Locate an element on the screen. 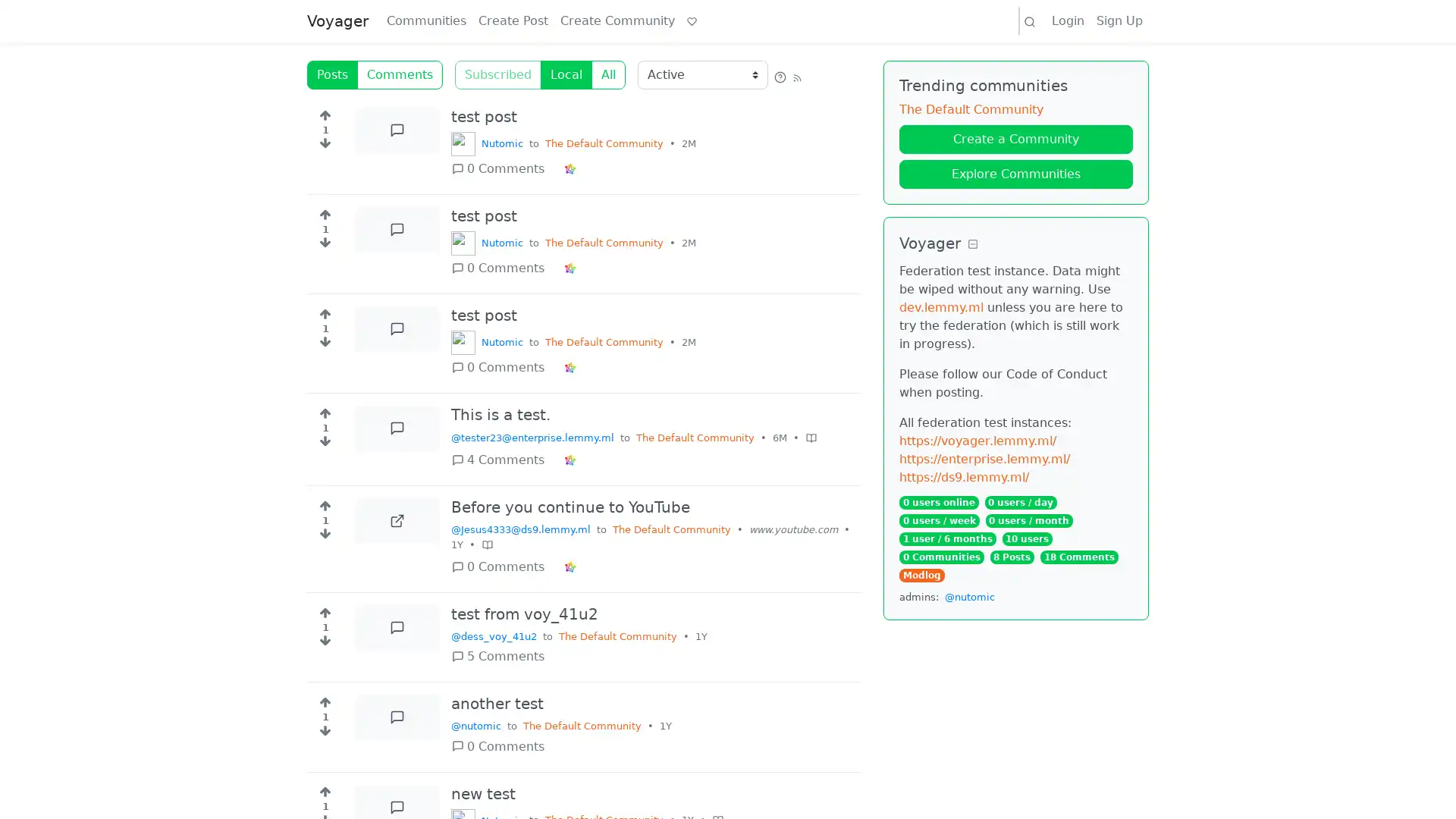 The width and height of the screenshot is (1456, 819). Downvote is located at coordinates (324, 444).